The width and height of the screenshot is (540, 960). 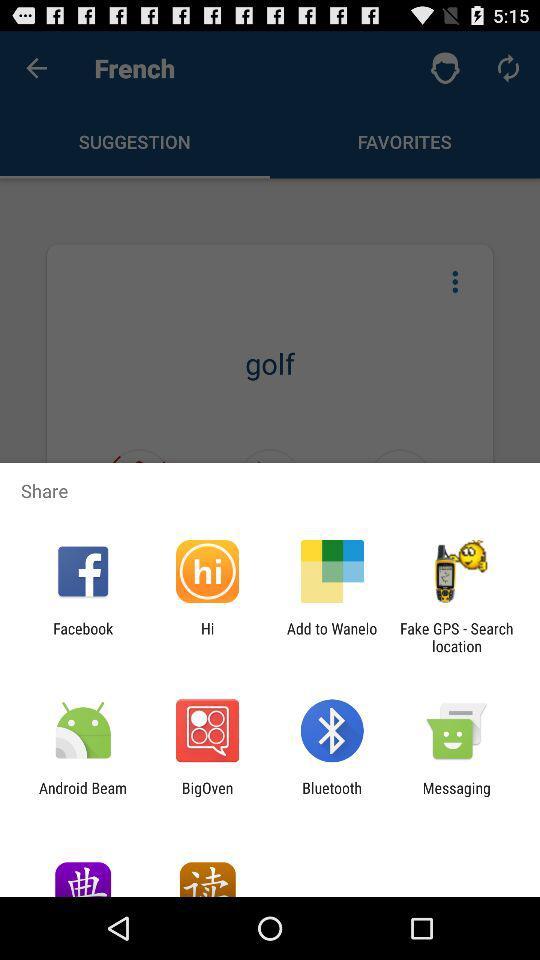 What do you see at coordinates (82, 796) in the screenshot?
I see `item to the left of bigoven` at bounding box center [82, 796].